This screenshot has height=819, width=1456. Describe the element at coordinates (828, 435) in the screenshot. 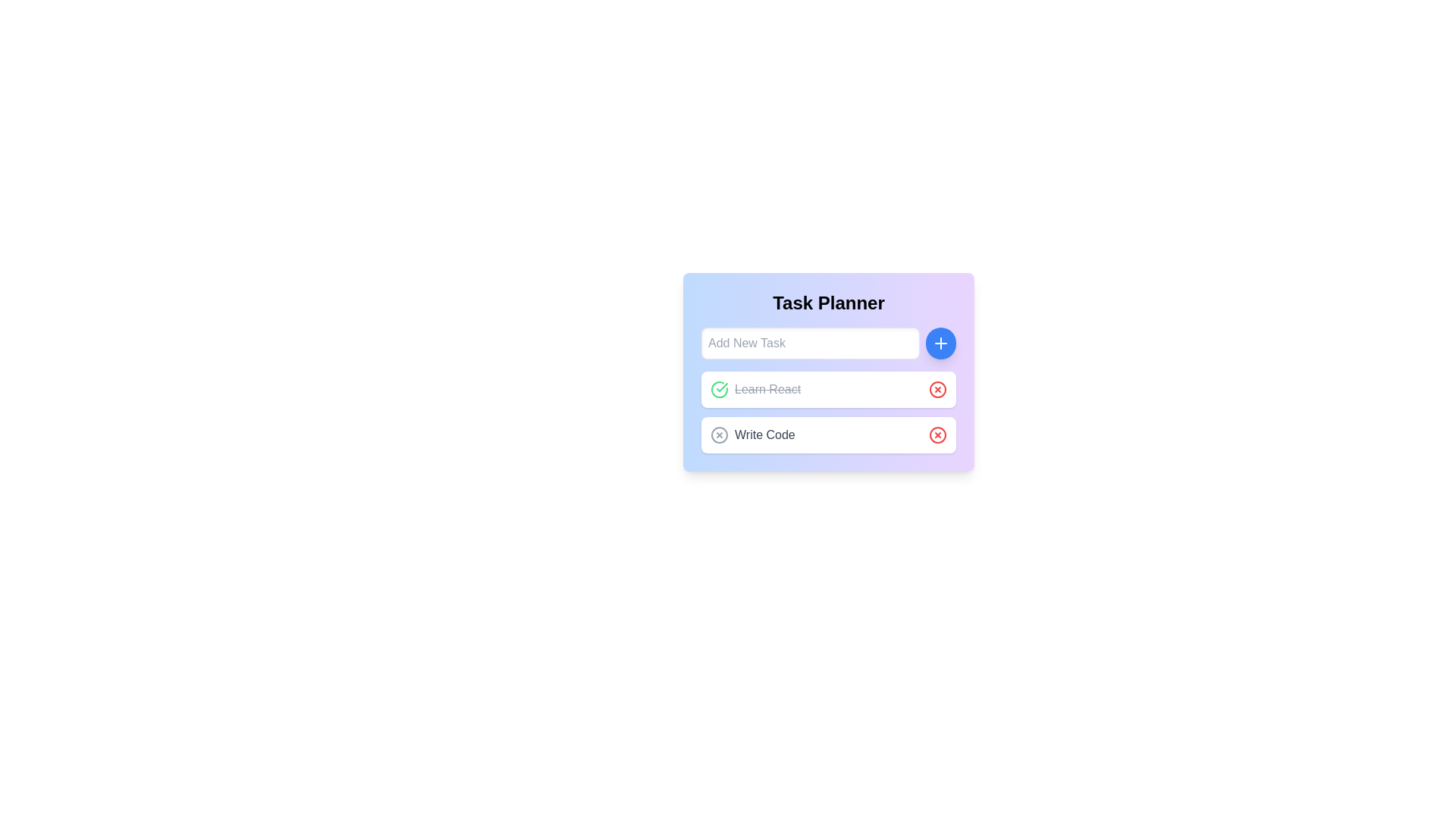

I see `the task item 'Write Code' in the task management interface` at that location.